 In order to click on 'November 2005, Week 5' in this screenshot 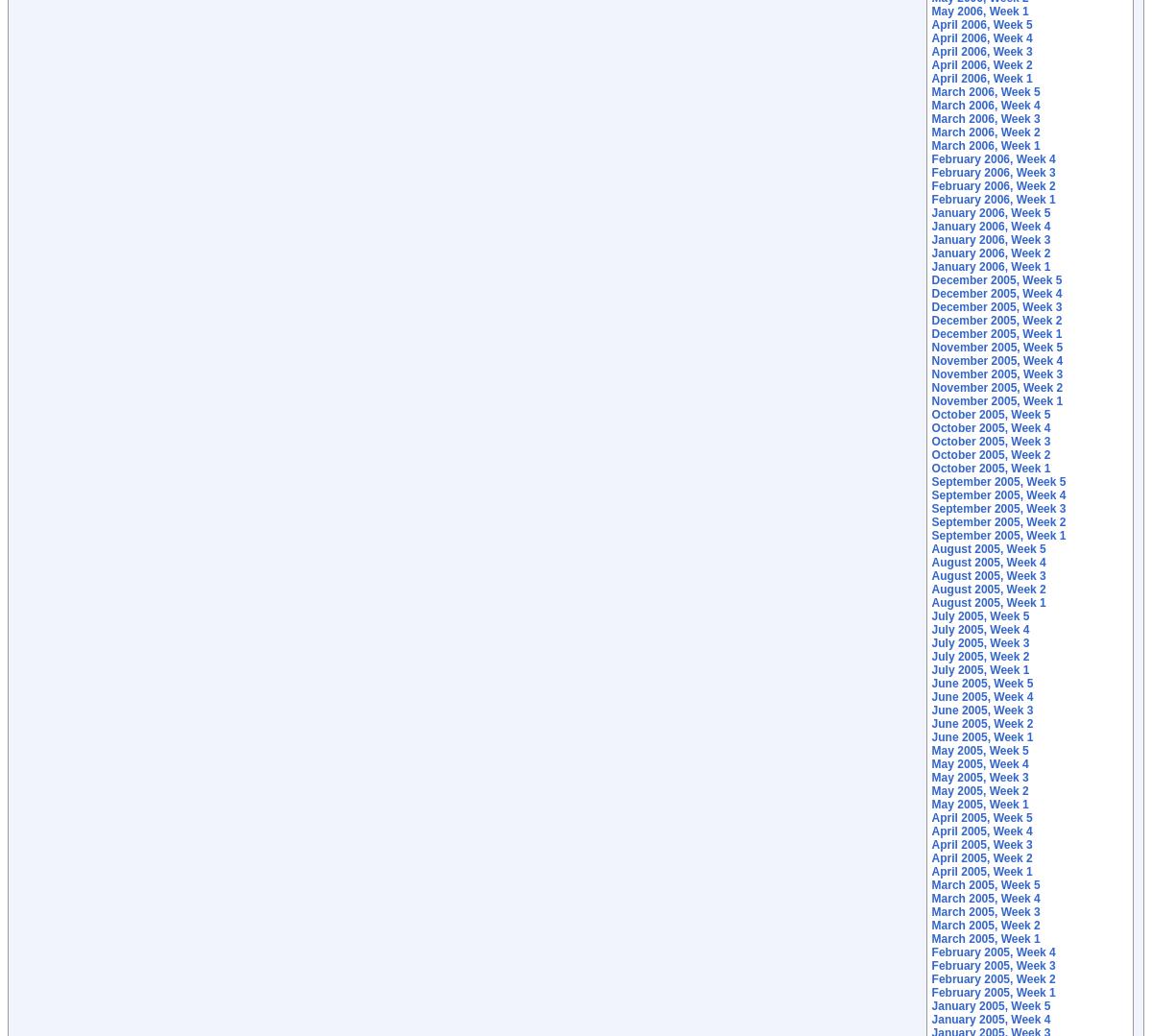, I will do `click(996, 348)`.